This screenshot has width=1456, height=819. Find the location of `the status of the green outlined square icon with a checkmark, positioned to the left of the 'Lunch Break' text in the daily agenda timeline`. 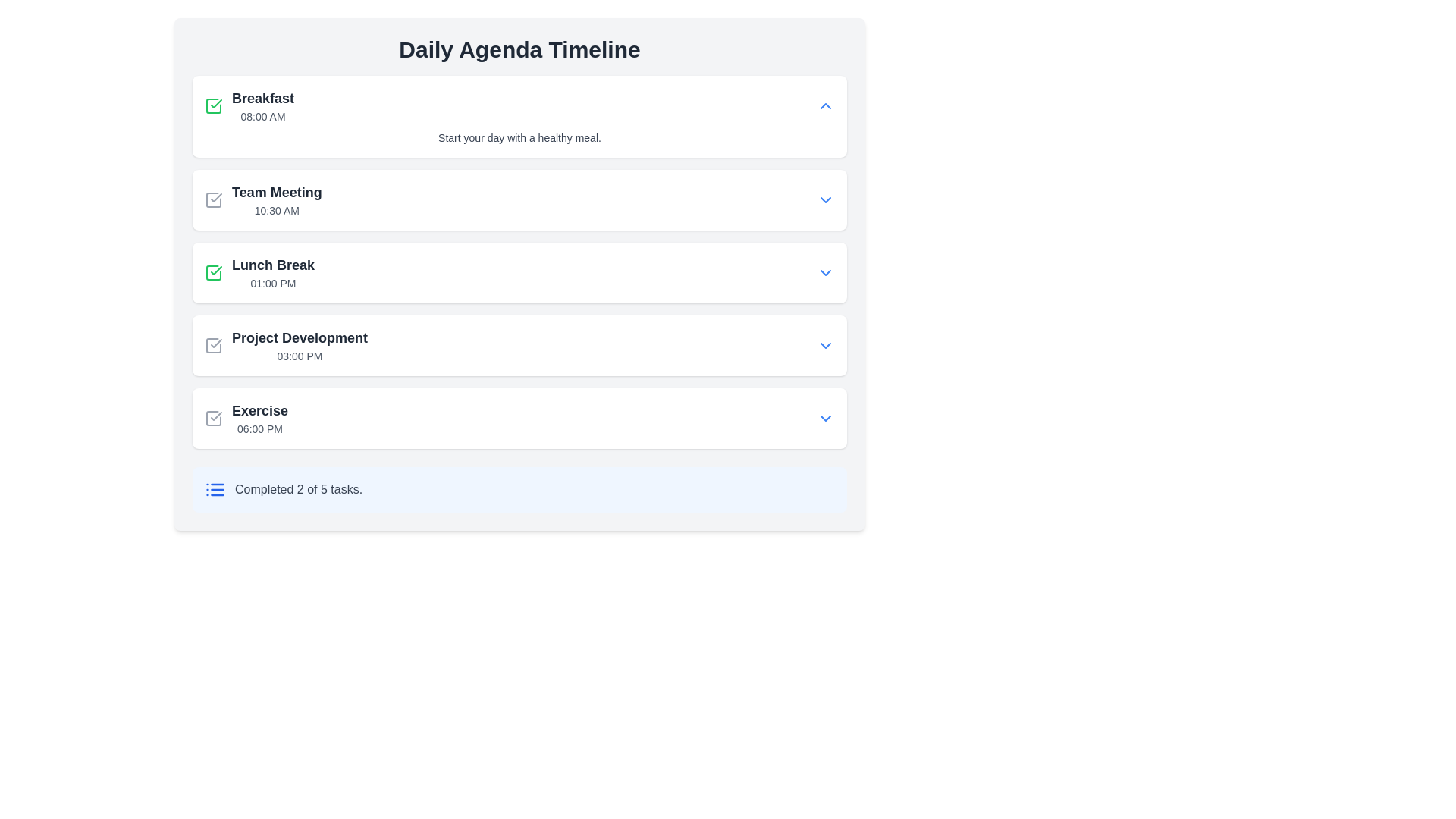

the status of the green outlined square icon with a checkmark, positioned to the left of the 'Lunch Break' text in the daily agenda timeline is located at coordinates (213, 271).